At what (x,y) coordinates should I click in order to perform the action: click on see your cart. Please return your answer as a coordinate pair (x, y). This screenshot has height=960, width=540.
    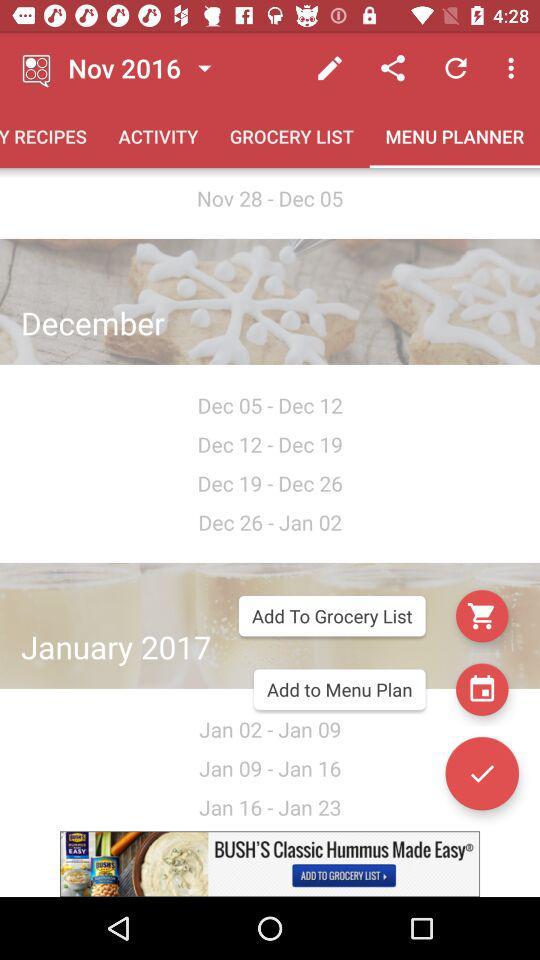
    Looking at the image, I should click on (481, 615).